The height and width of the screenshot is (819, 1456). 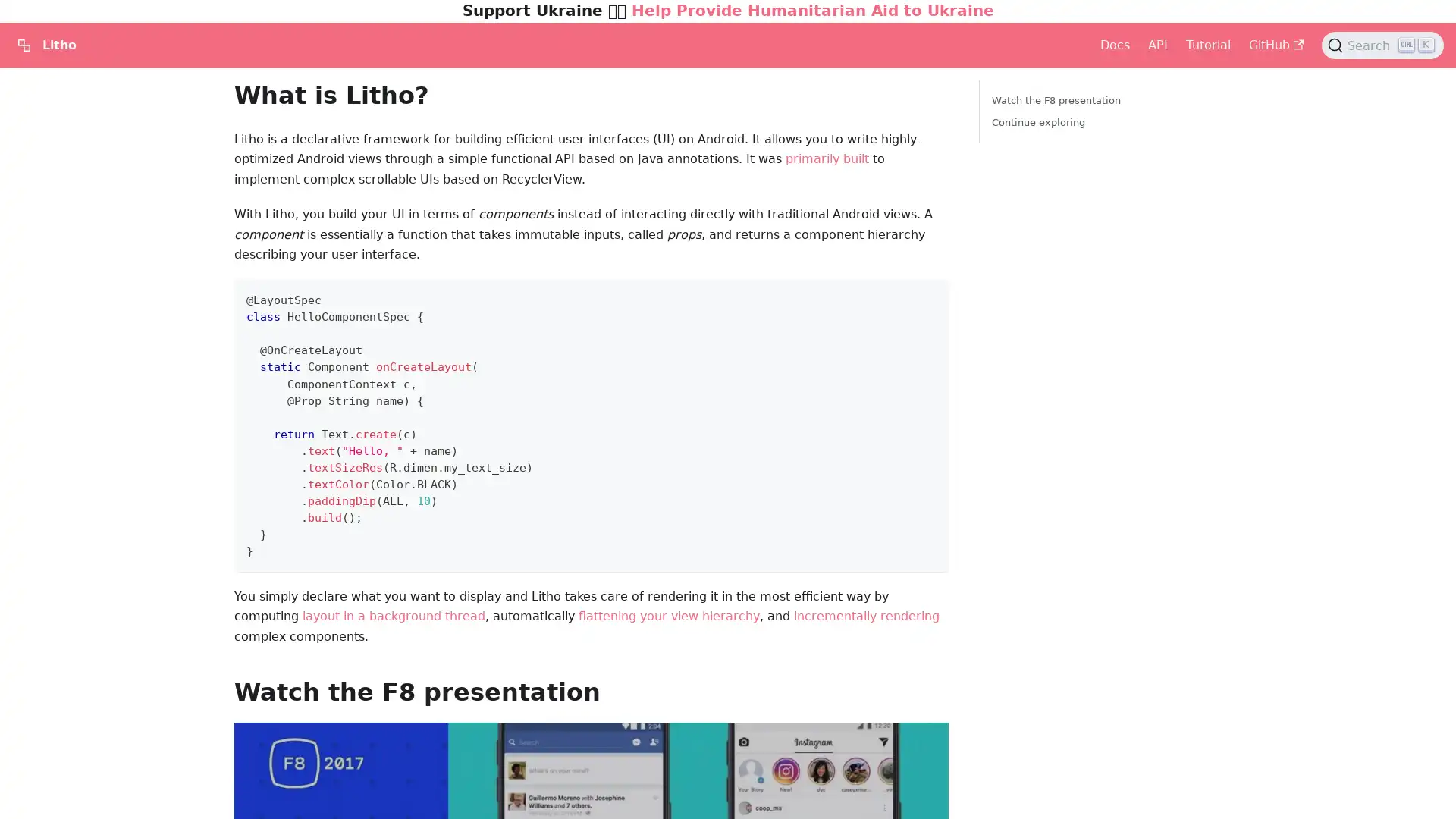 What do you see at coordinates (923, 296) in the screenshot?
I see `Copy code to clipboard` at bounding box center [923, 296].